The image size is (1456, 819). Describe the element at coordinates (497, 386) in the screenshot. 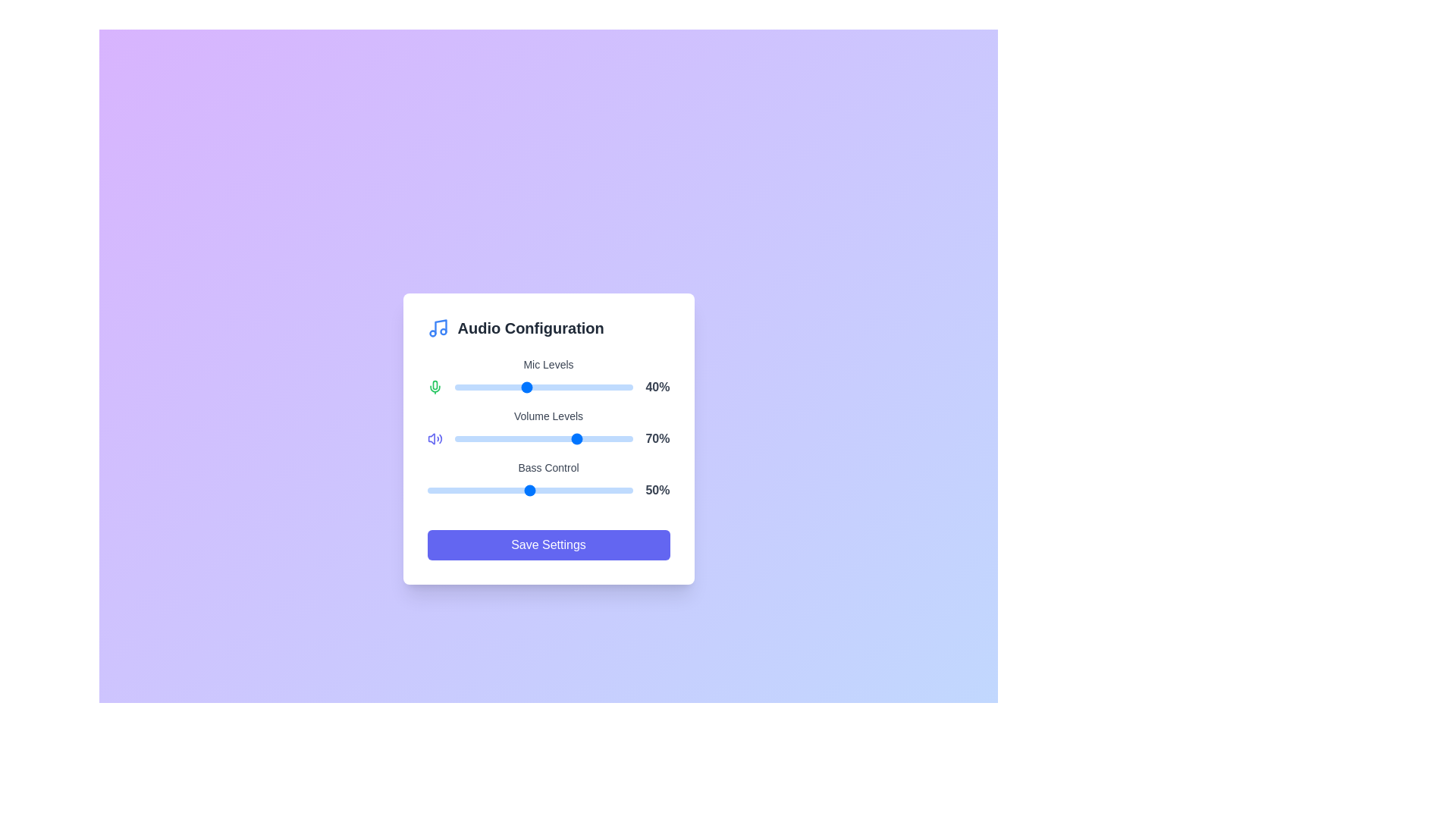

I see `the Mic Levels slider to set the microphone volume to 24%` at that location.